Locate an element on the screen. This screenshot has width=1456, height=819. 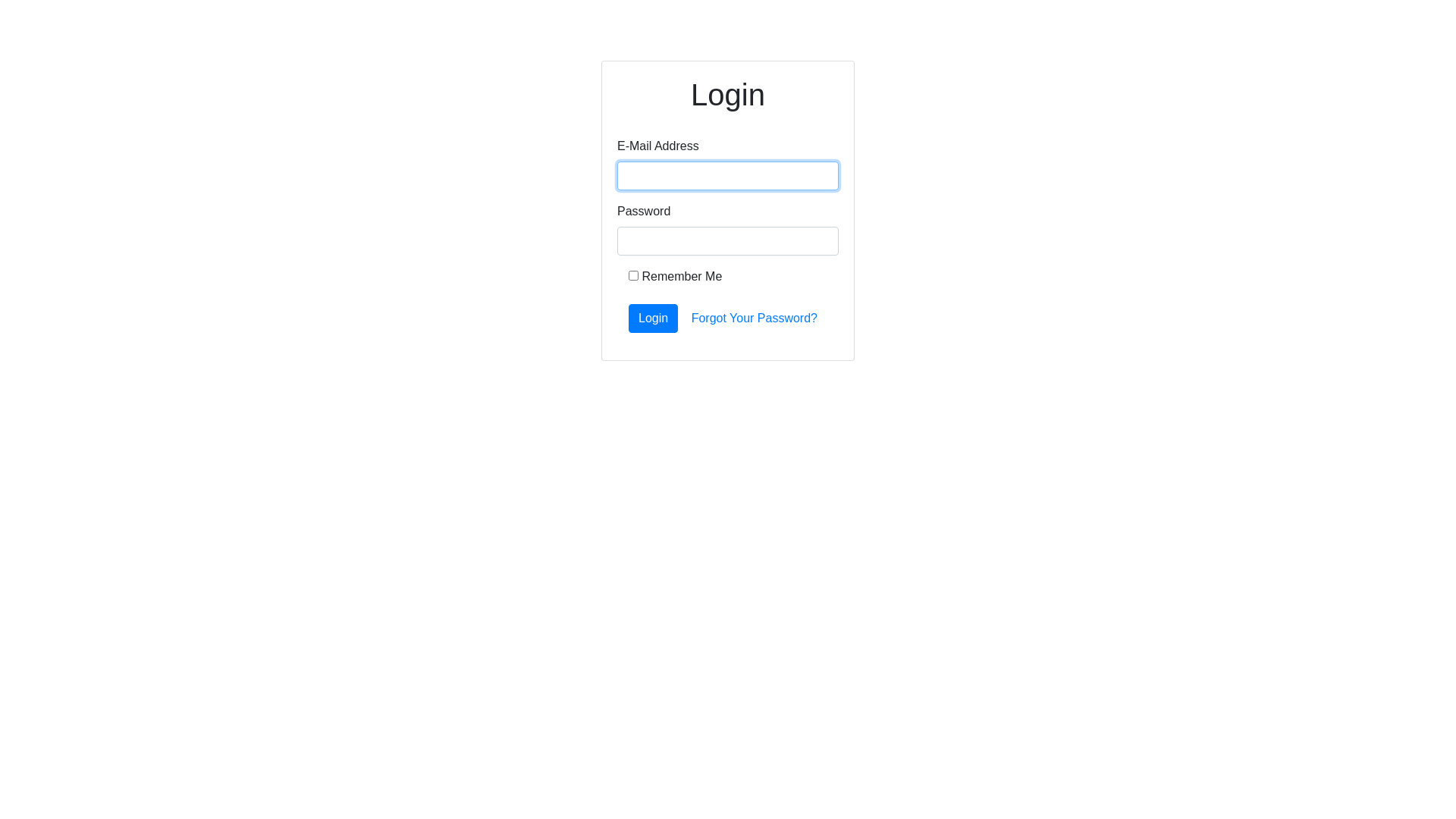
'Forgot Your Password?' is located at coordinates (754, 318).